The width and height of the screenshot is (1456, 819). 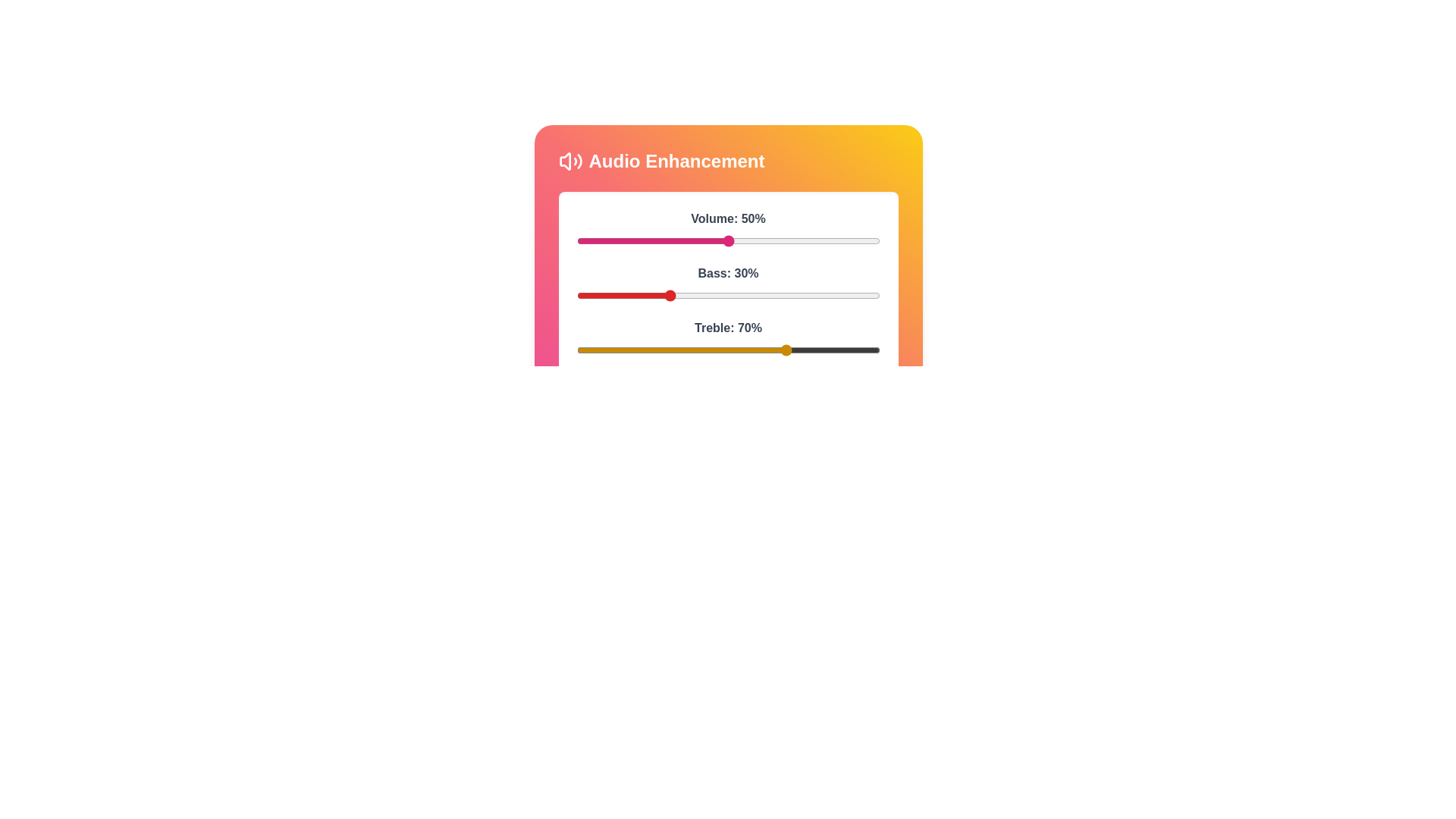 I want to click on the 'Audio Enhancement' icon located at the top-left corner of the 'Audio Enhancement' section, which serves as a visual identifier for the feature, so click(x=570, y=161).